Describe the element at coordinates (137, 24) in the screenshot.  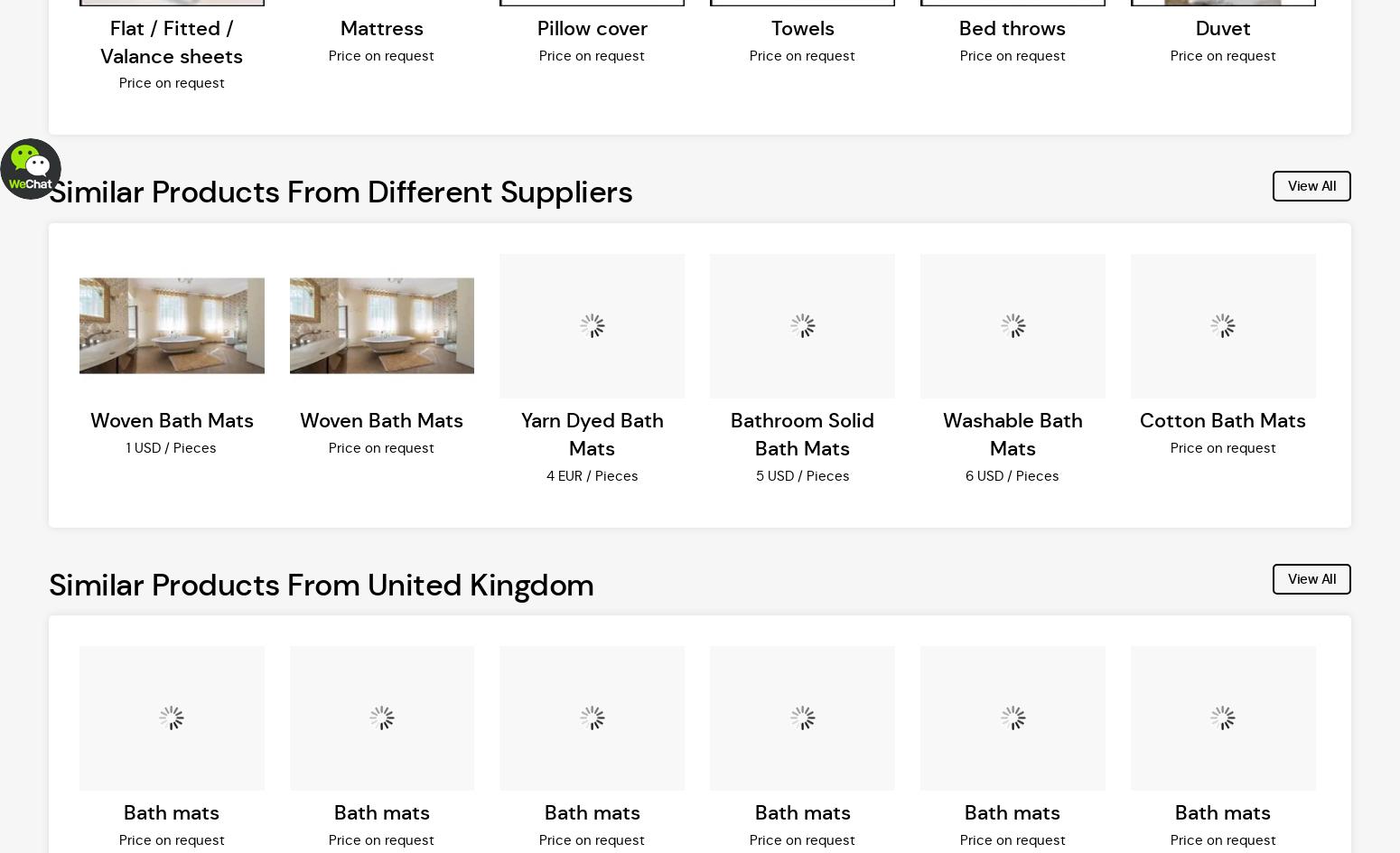
I see `'Sewing Trims & Accessories'` at that location.